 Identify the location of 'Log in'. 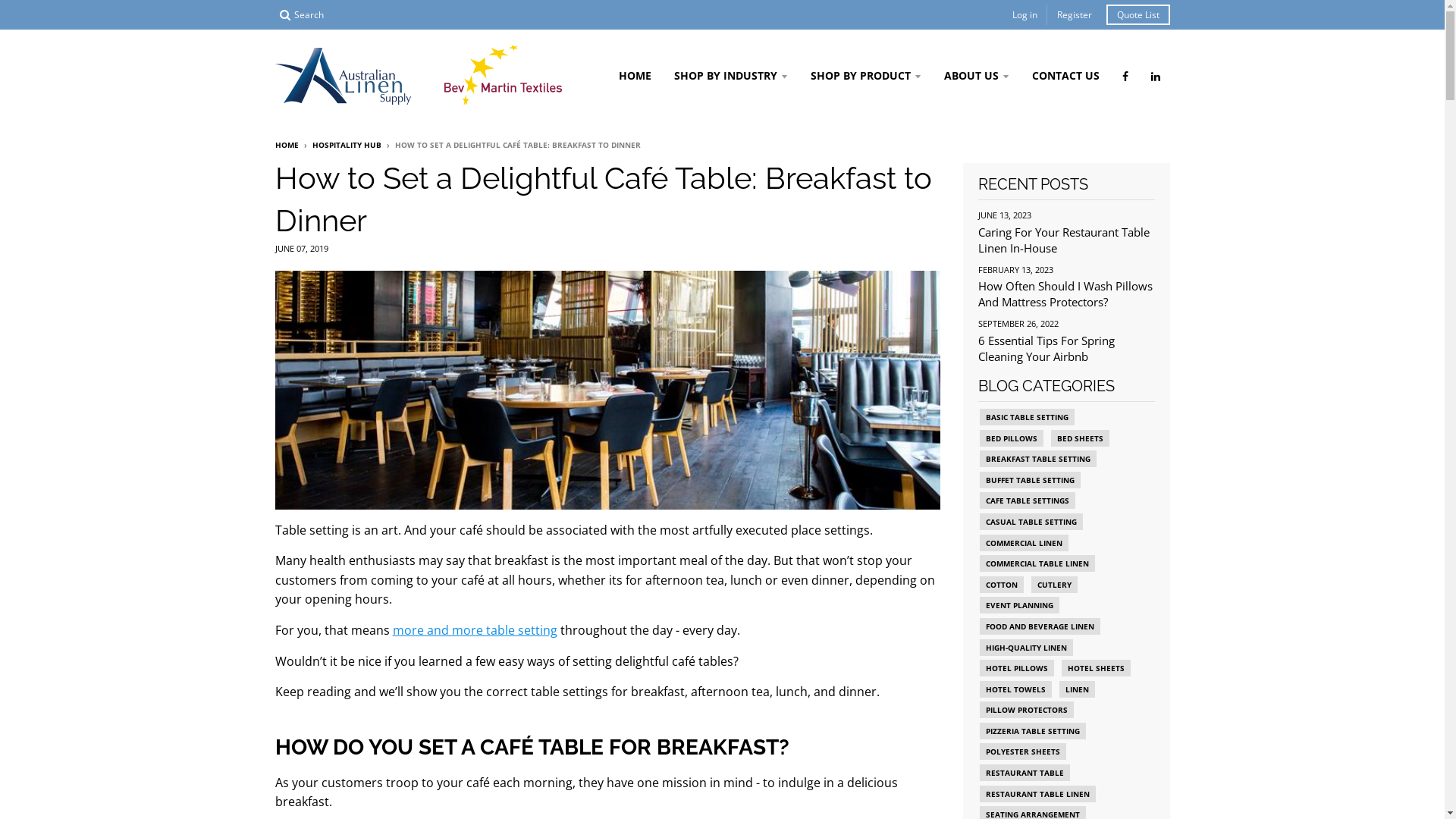
(1024, 14).